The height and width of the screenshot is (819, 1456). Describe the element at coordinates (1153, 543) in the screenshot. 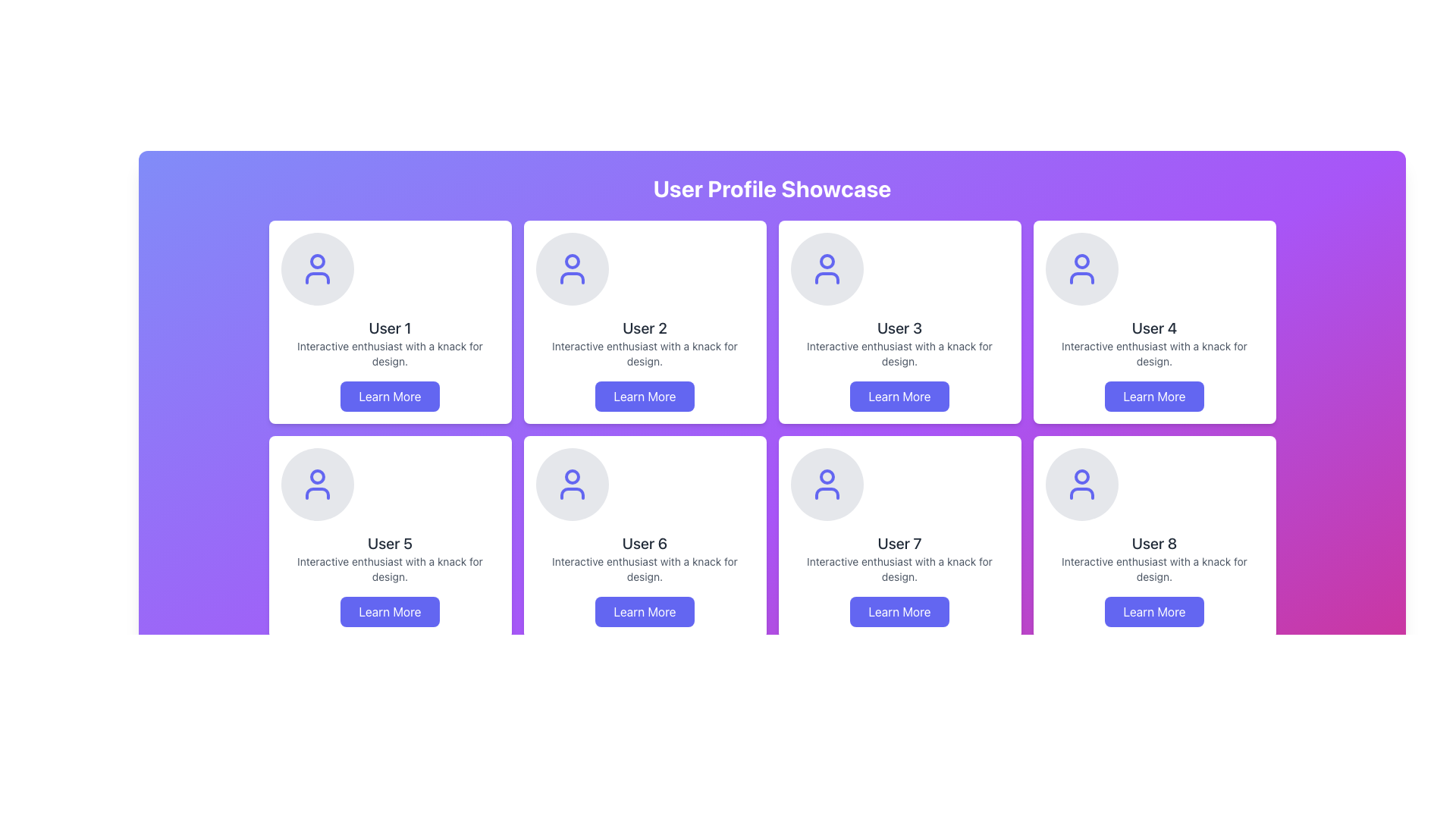

I see `header text label for 'User 8' located in the eighth card of the 4x2 grid layout, positioned below the avatar icon` at that location.